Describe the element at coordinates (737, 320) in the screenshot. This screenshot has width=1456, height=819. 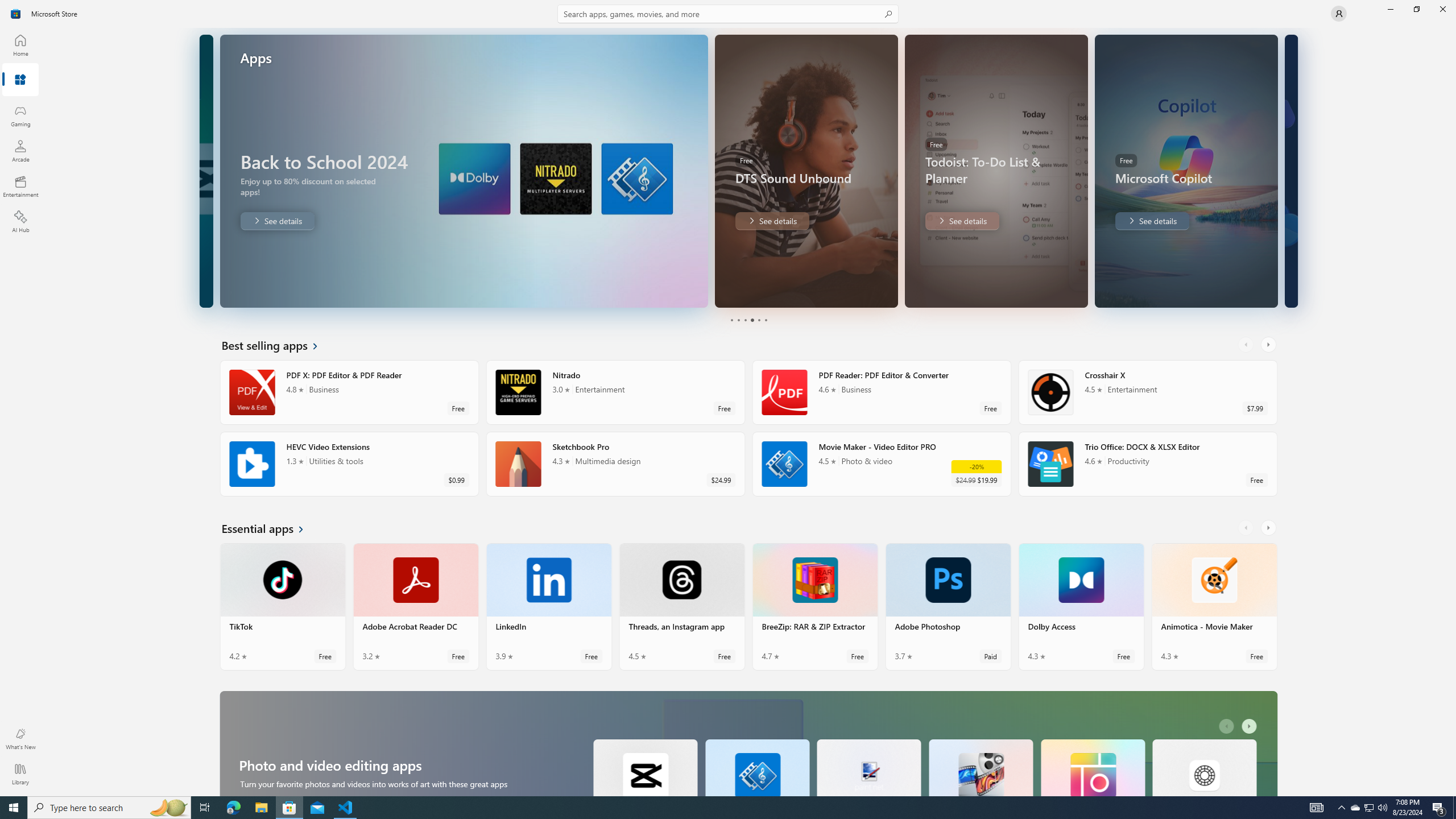
I see `'Page 2'` at that location.